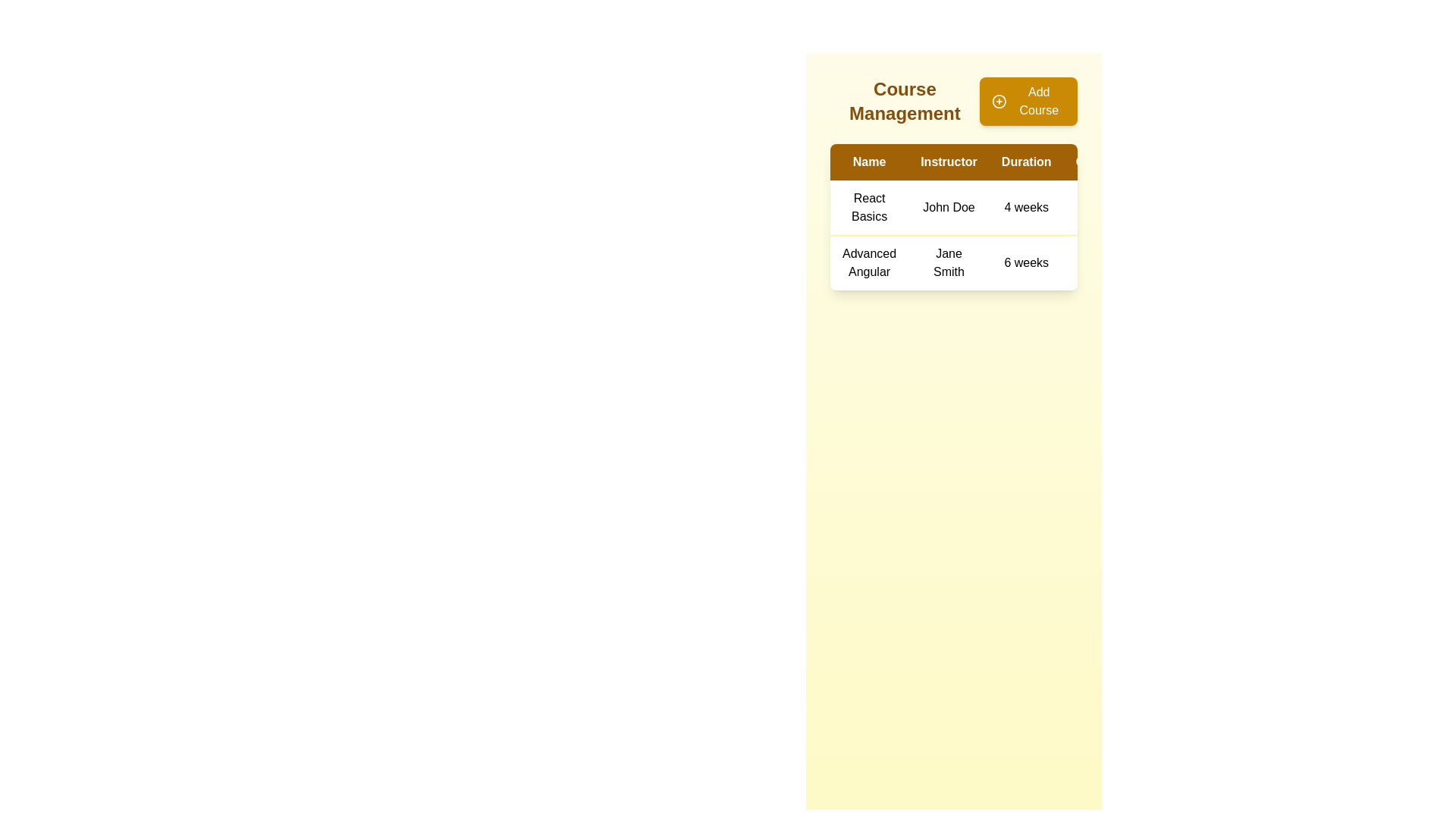  I want to click on the second row in the data table, which contains 'Advanced Angular', 'Jane Smith', '6 weeks', and '20', so click(1018, 262).